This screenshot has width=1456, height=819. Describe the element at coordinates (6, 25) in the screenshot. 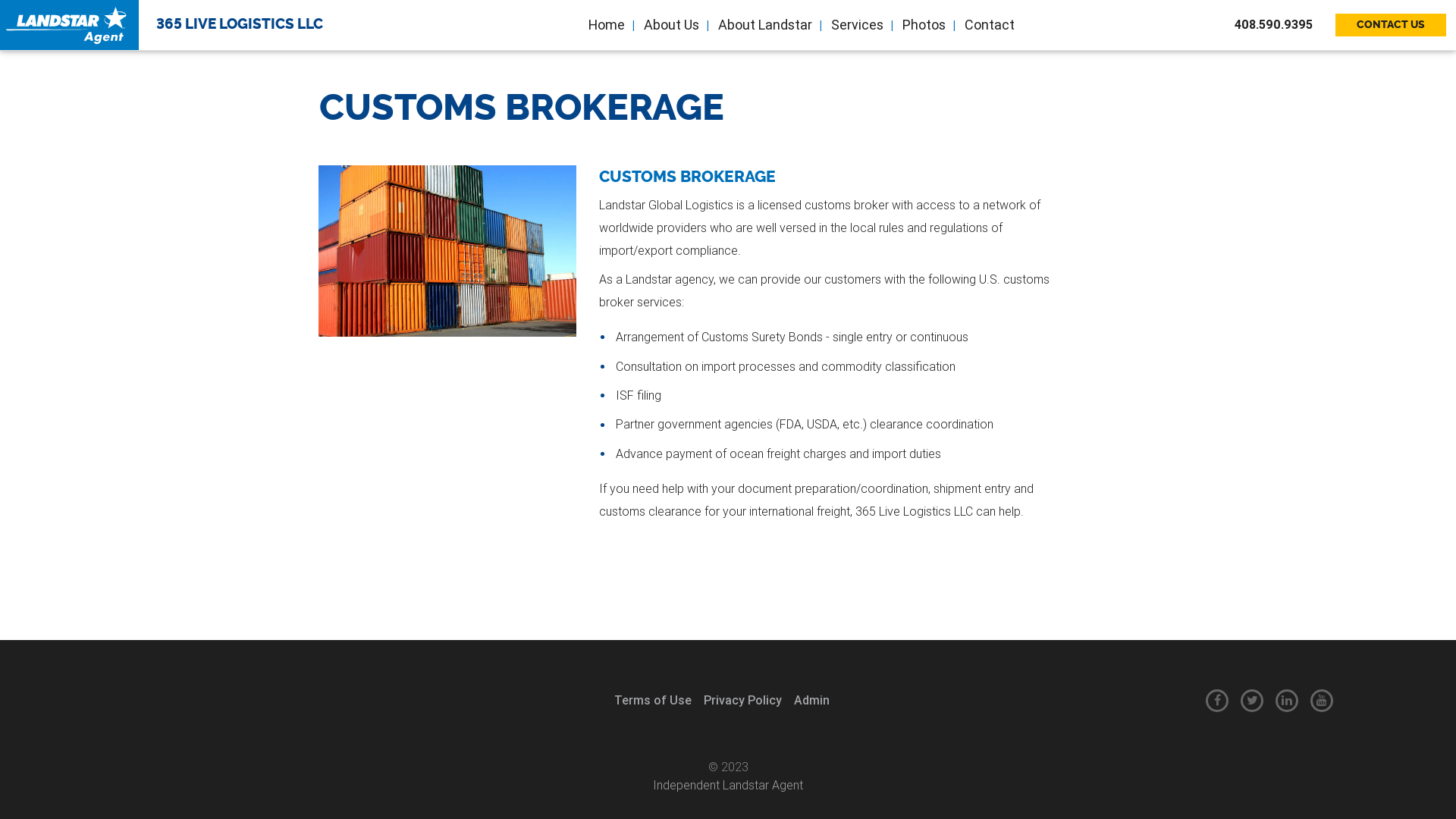

I see `'Logo'` at that location.